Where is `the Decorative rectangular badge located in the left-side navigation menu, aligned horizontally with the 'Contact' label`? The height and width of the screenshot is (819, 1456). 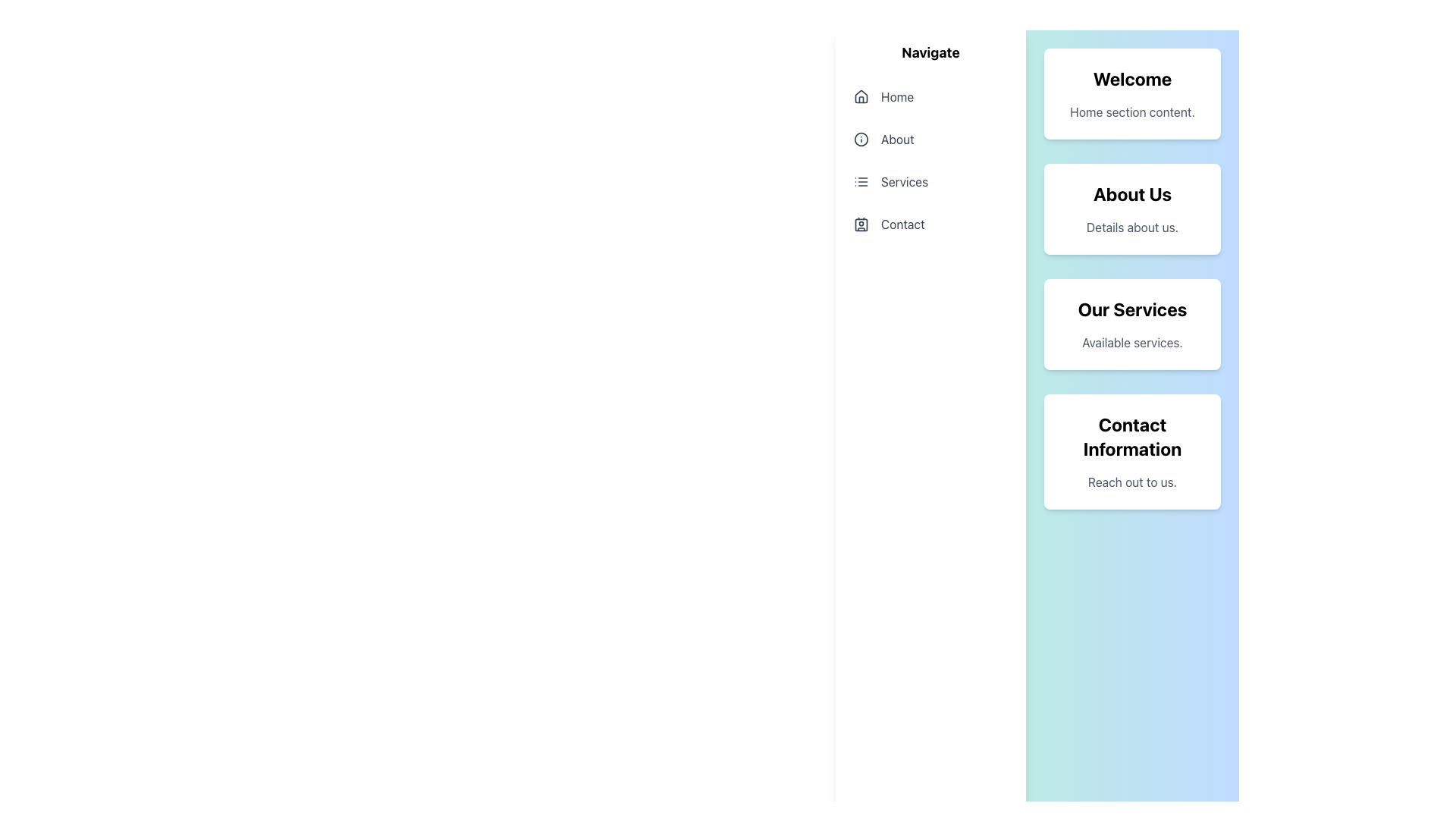
the Decorative rectangular badge located in the left-side navigation menu, aligned horizontally with the 'Contact' label is located at coordinates (861, 224).